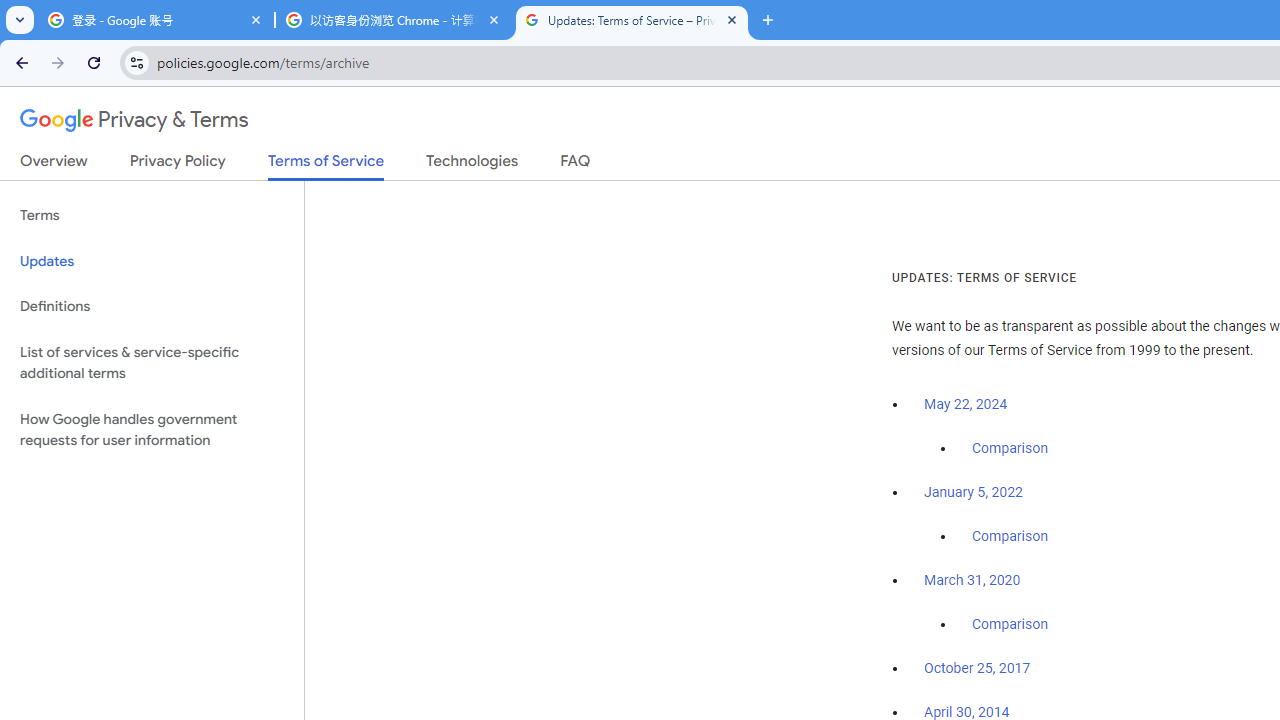 The width and height of the screenshot is (1280, 720). What do you see at coordinates (151, 428) in the screenshot?
I see `'How Google handles government requests for user information'` at bounding box center [151, 428].